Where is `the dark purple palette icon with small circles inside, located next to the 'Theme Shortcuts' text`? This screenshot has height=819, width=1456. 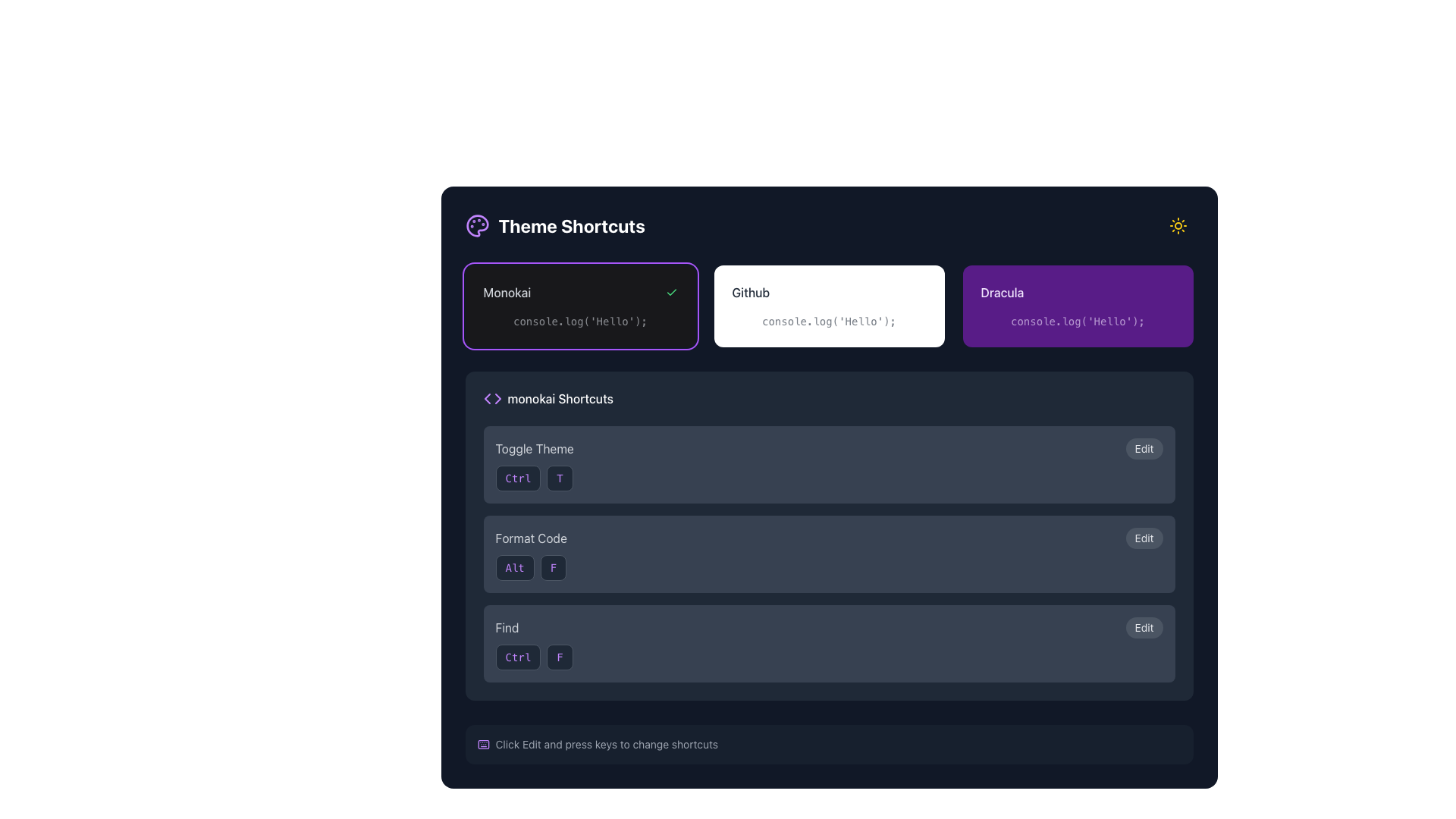 the dark purple palette icon with small circles inside, located next to the 'Theme Shortcuts' text is located at coordinates (476, 225).